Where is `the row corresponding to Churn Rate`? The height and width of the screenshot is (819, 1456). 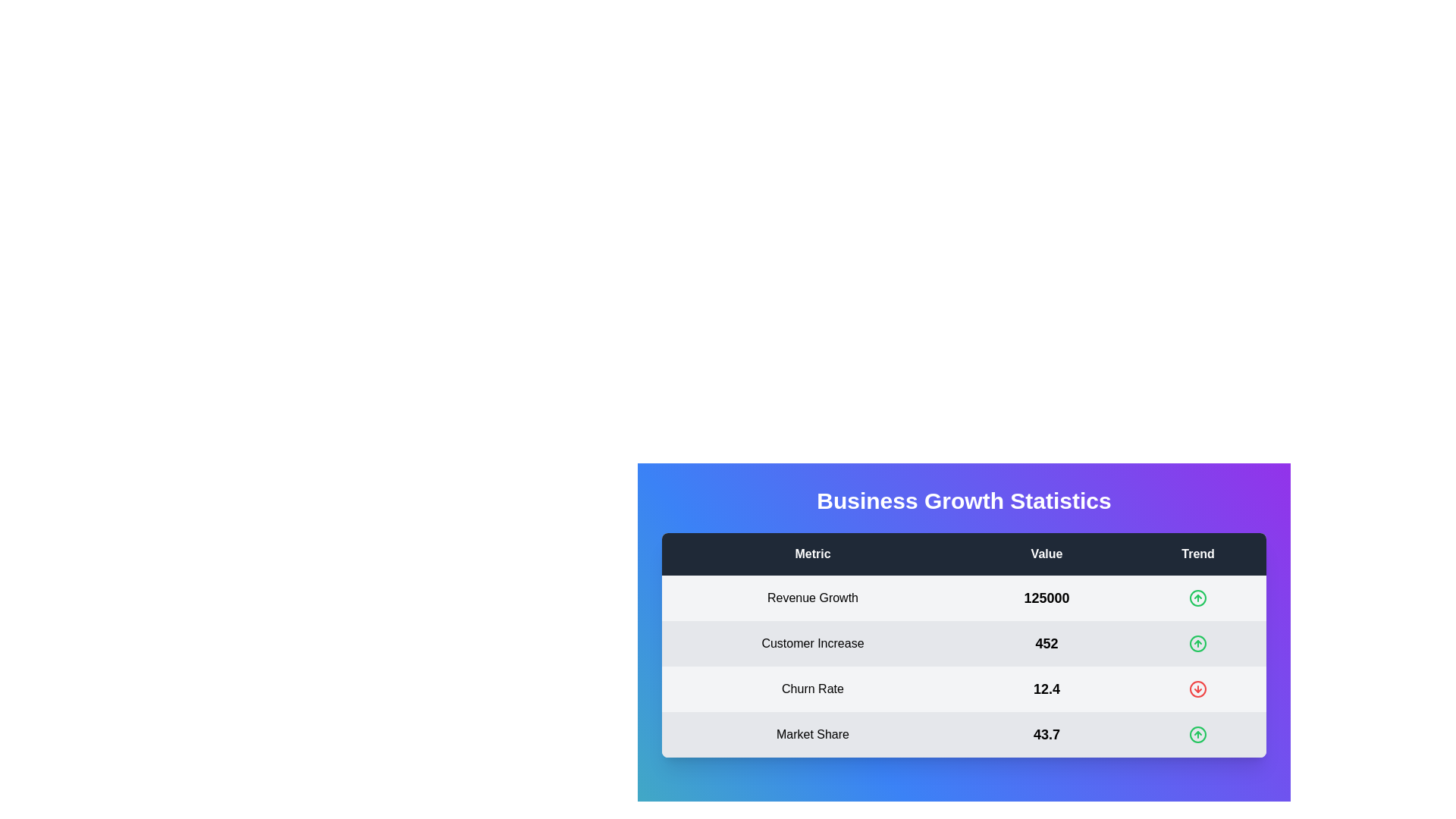 the row corresponding to Churn Rate is located at coordinates (963, 689).